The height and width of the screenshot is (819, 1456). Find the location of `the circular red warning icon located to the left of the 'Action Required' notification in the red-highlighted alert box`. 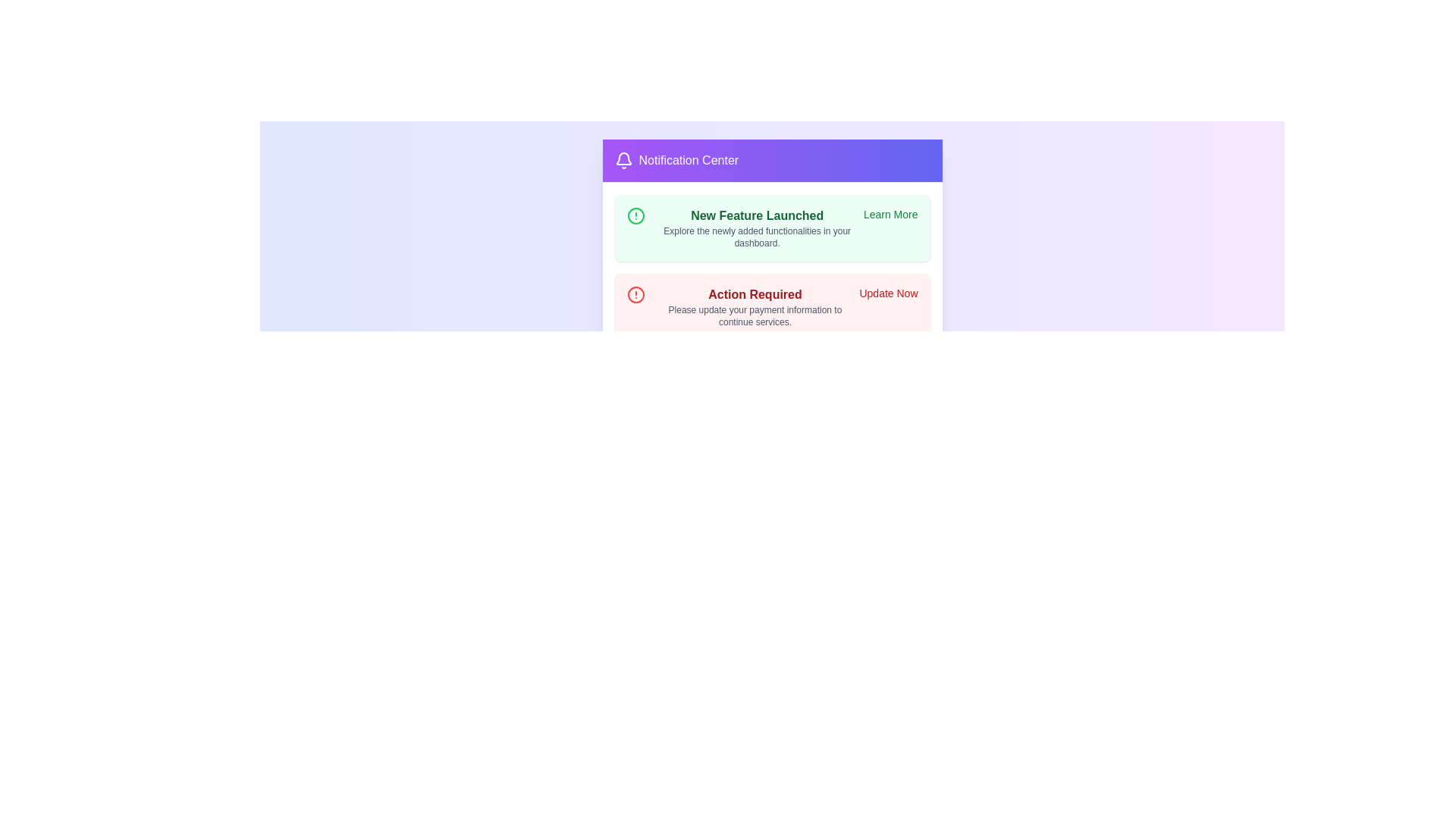

the circular red warning icon located to the left of the 'Action Required' notification in the red-highlighted alert box is located at coordinates (635, 295).